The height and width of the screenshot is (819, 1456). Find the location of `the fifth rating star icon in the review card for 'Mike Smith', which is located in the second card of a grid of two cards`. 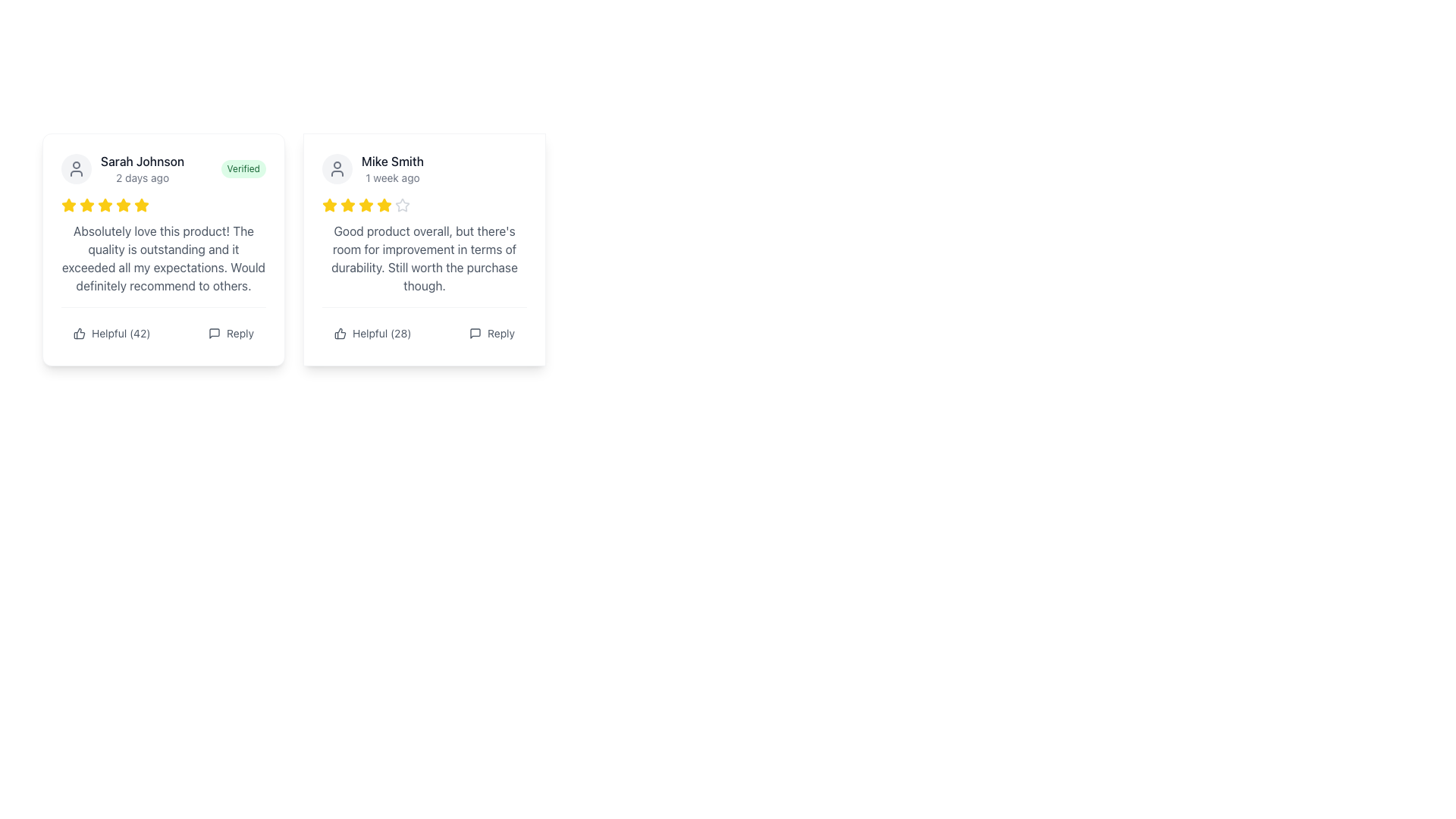

the fifth rating star icon in the review card for 'Mike Smith', which is located in the second card of a grid of two cards is located at coordinates (366, 205).